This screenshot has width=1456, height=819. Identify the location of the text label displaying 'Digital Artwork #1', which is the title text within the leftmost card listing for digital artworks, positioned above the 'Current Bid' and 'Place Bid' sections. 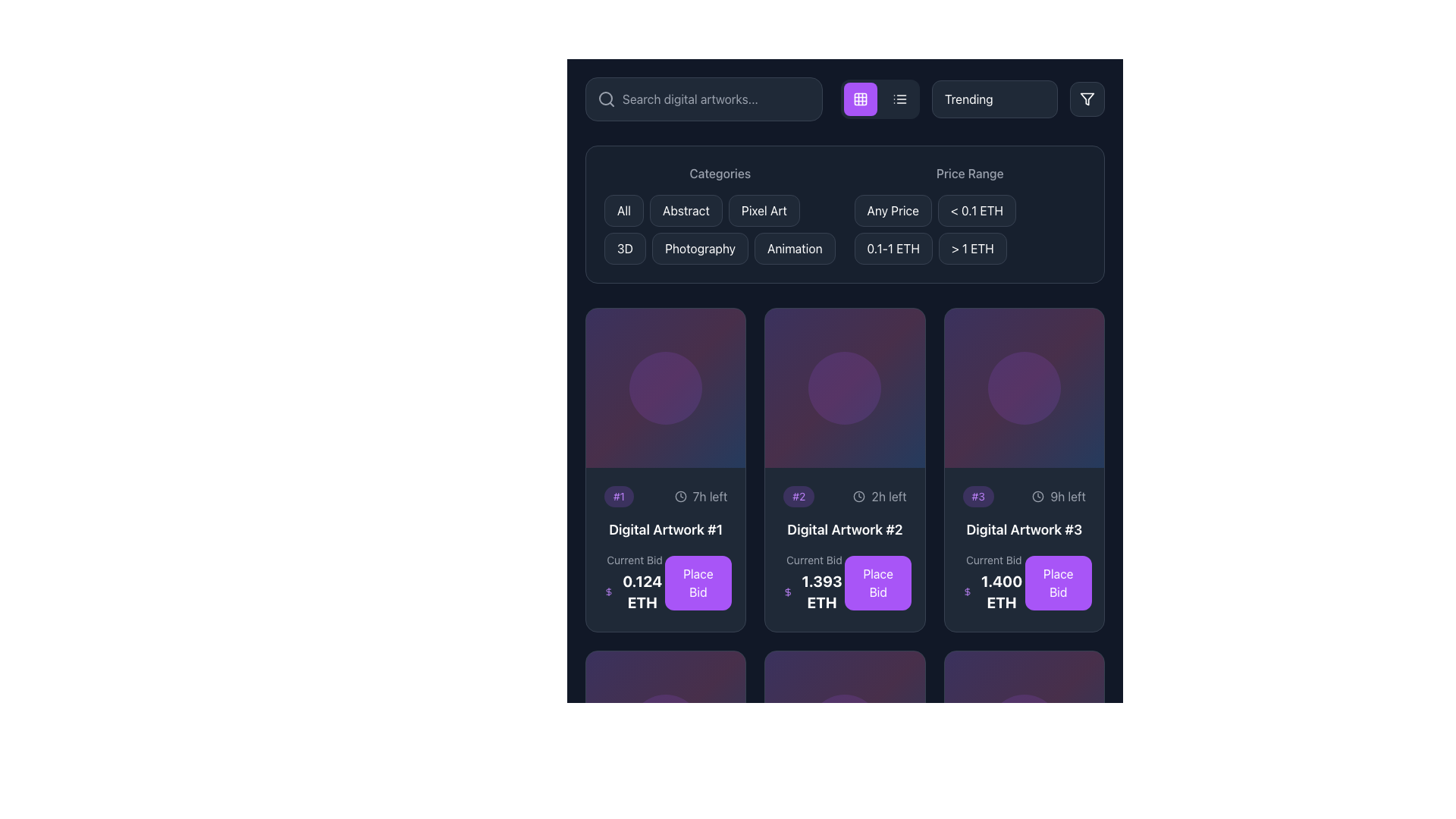
(666, 529).